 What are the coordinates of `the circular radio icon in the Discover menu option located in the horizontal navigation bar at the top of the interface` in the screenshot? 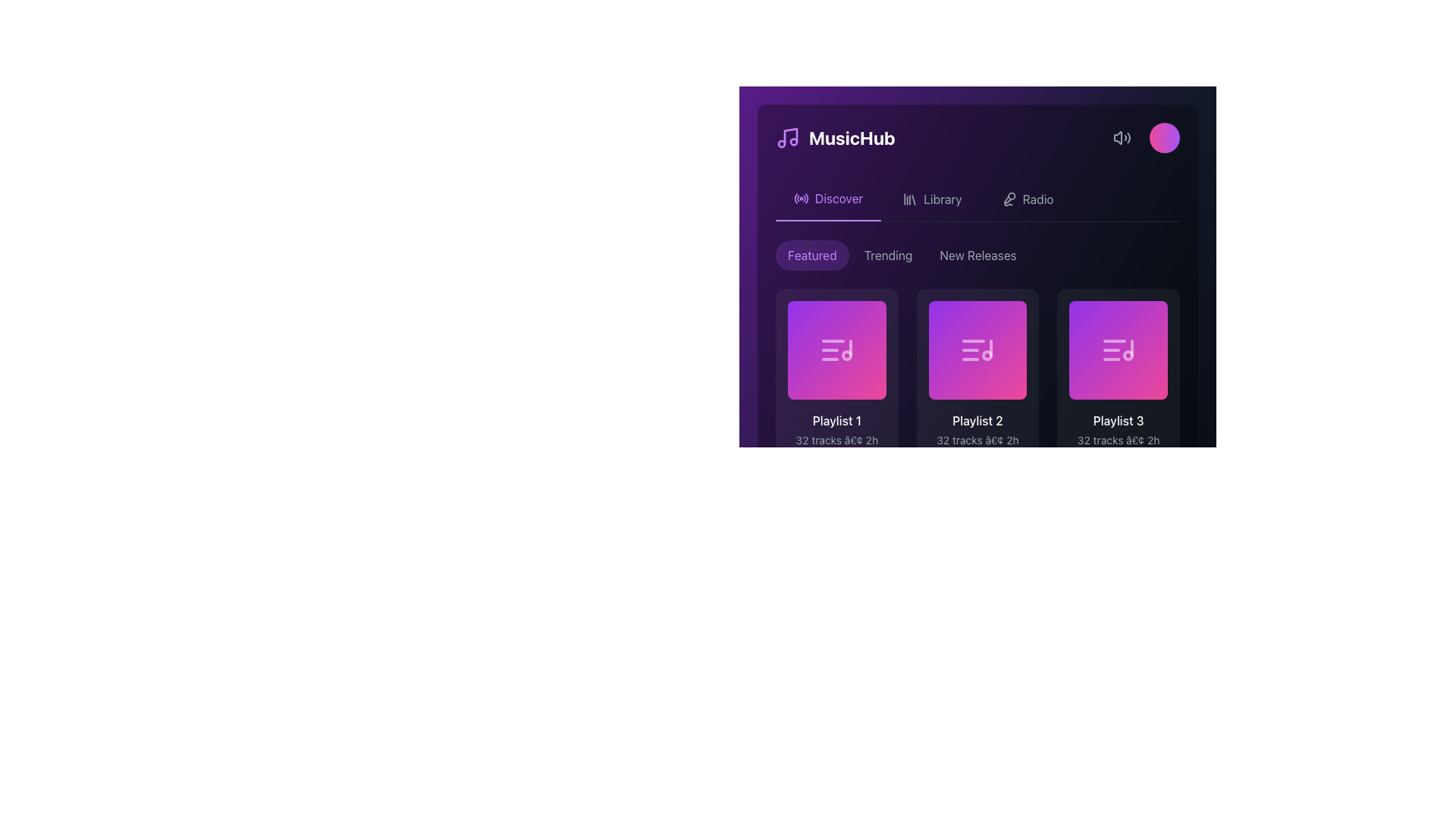 It's located at (800, 198).